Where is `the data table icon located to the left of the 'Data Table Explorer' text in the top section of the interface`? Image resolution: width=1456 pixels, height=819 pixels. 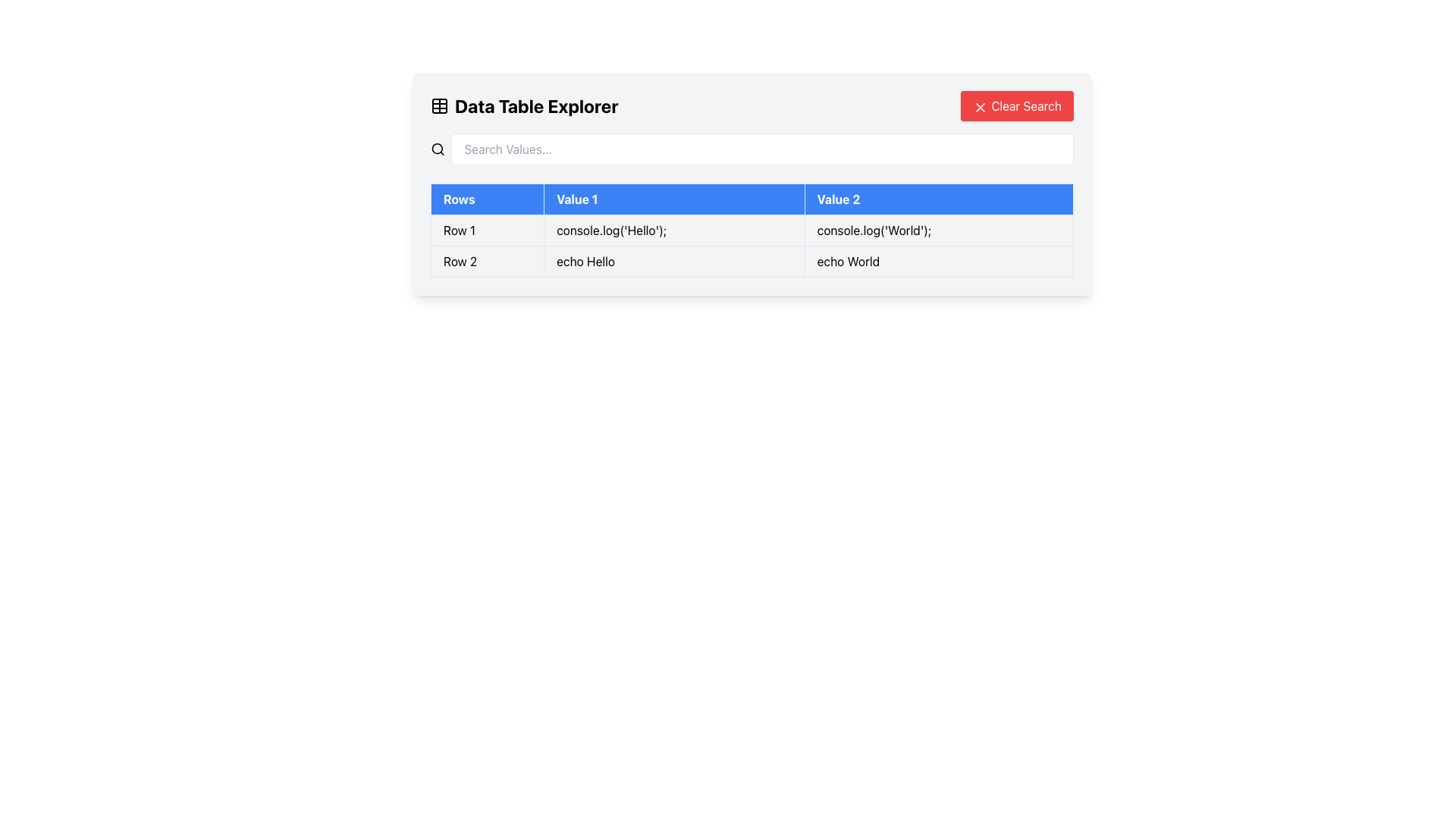
the data table icon located to the left of the 'Data Table Explorer' text in the top section of the interface is located at coordinates (439, 105).